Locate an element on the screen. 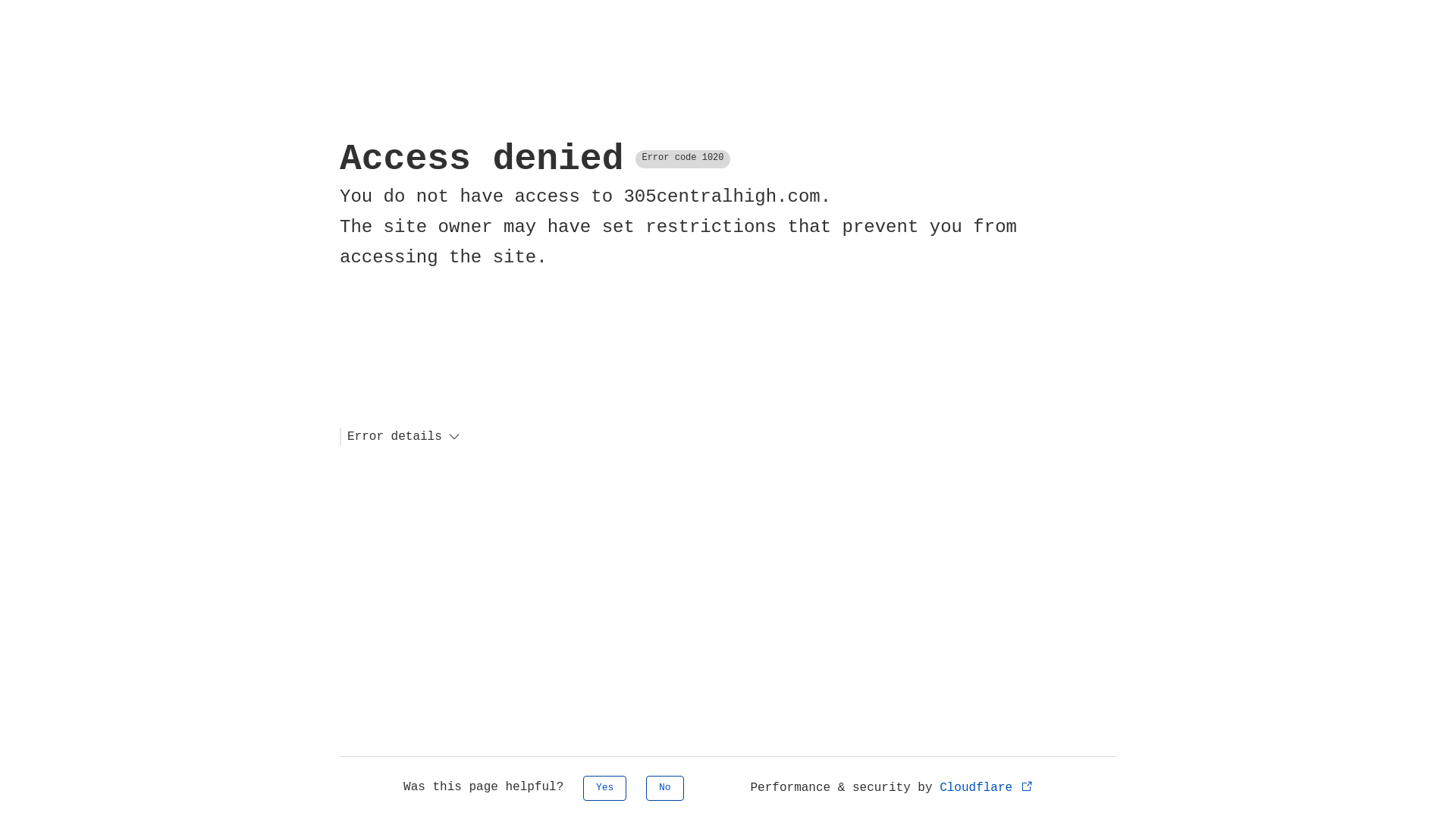 Image resolution: width=1456 pixels, height=819 pixels. 'Opens in new tab' is located at coordinates (1027, 785).